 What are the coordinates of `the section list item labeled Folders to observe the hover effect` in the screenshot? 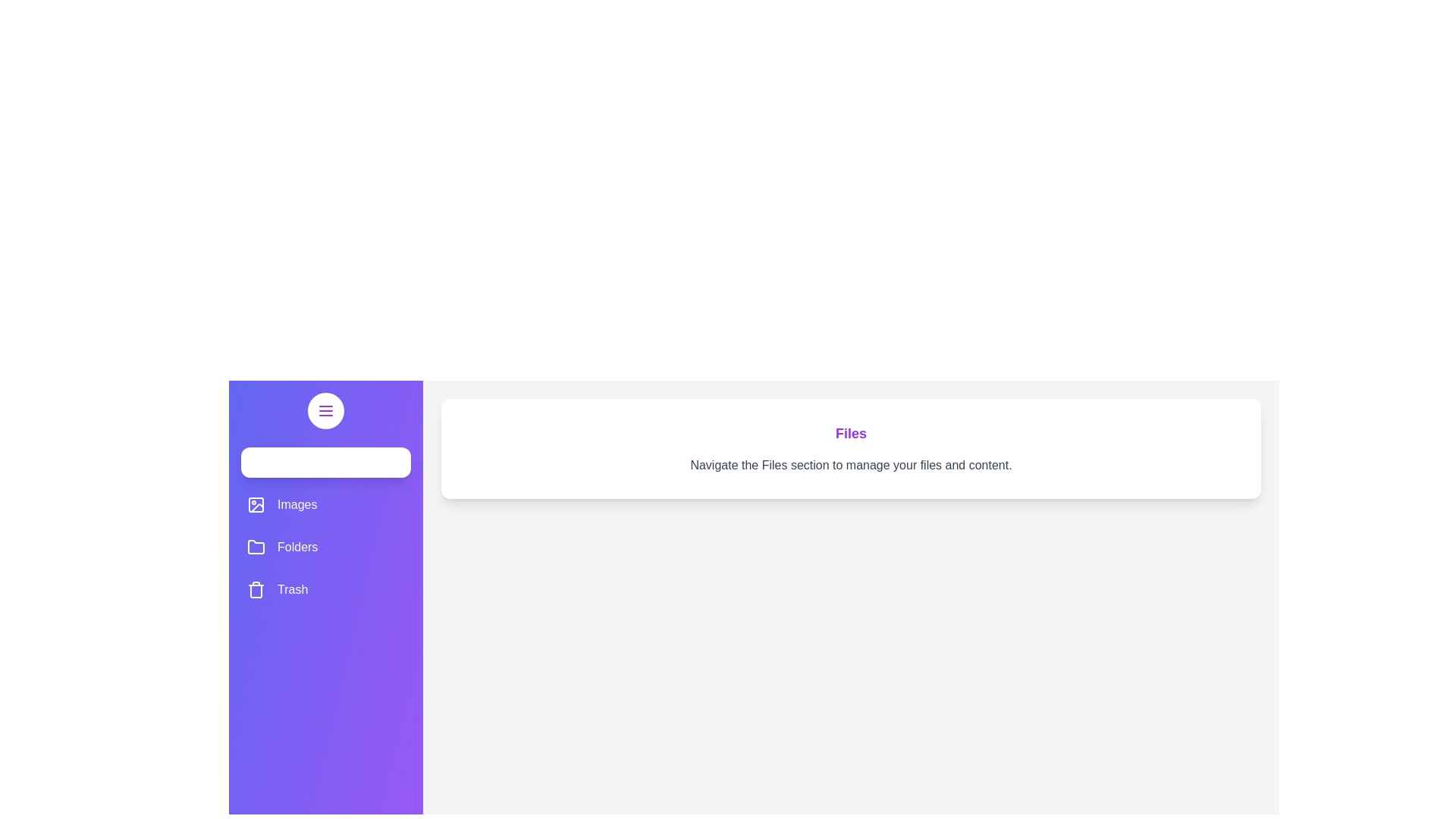 It's located at (325, 547).